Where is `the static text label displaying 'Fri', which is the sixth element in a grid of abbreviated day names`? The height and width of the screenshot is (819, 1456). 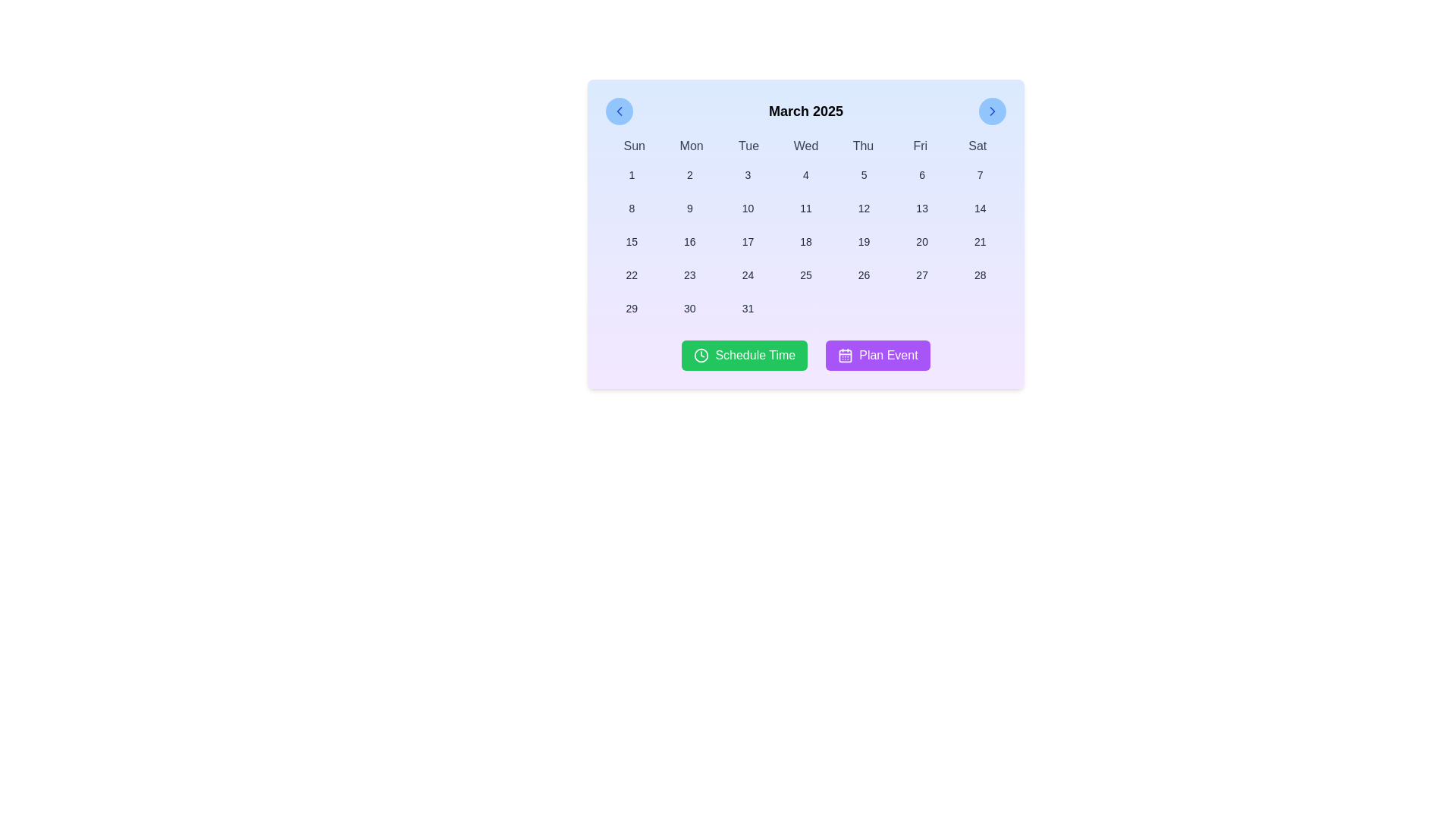 the static text label displaying 'Fri', which is the sixth element in a grid of abbreviated day names is located at coordinates (919, 146).